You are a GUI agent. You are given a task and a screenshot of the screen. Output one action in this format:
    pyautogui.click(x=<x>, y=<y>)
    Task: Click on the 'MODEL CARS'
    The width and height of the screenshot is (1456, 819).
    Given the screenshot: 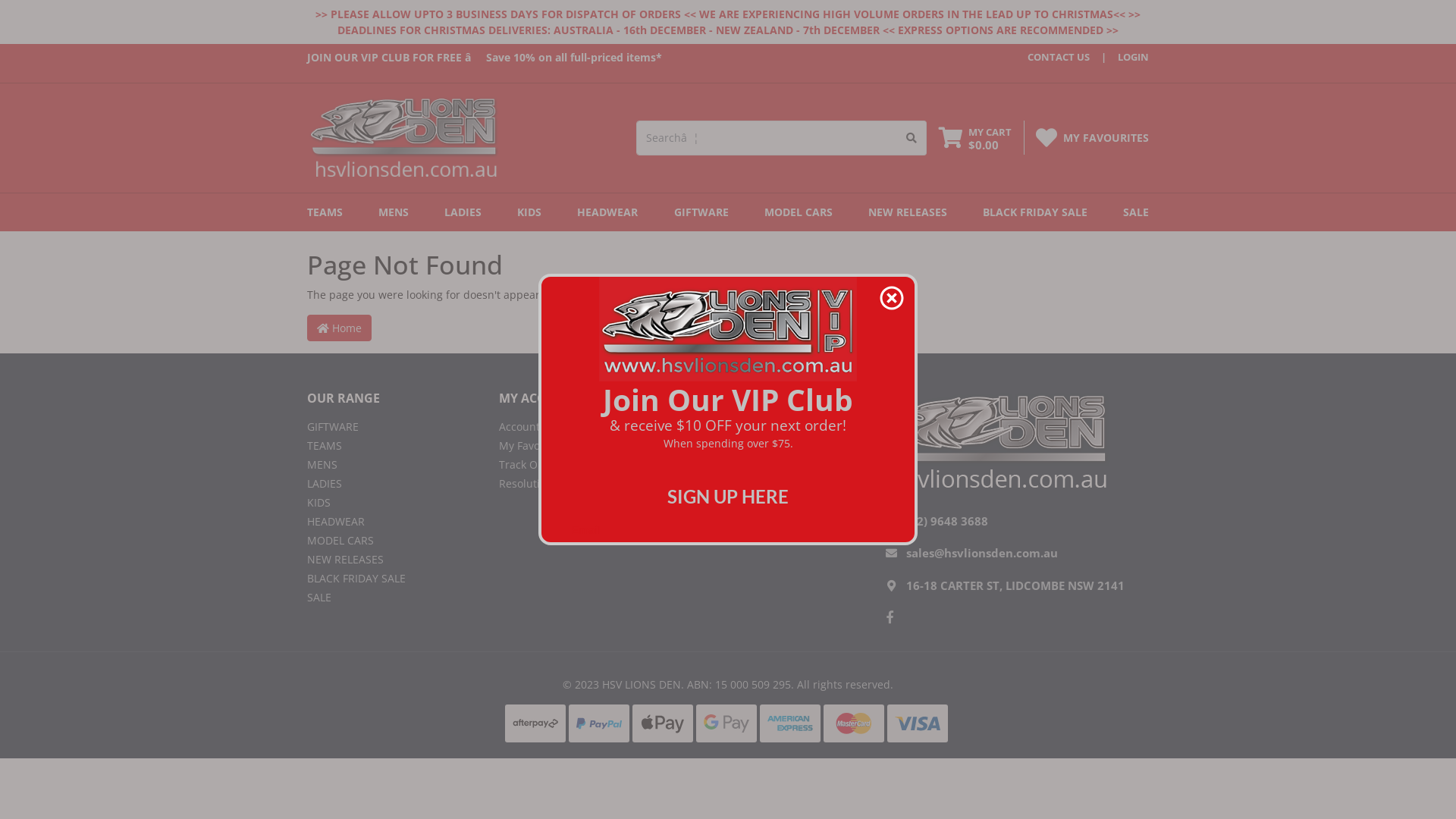 What is the action you would take?
    pyautogui.click(x=391, y=539)
    